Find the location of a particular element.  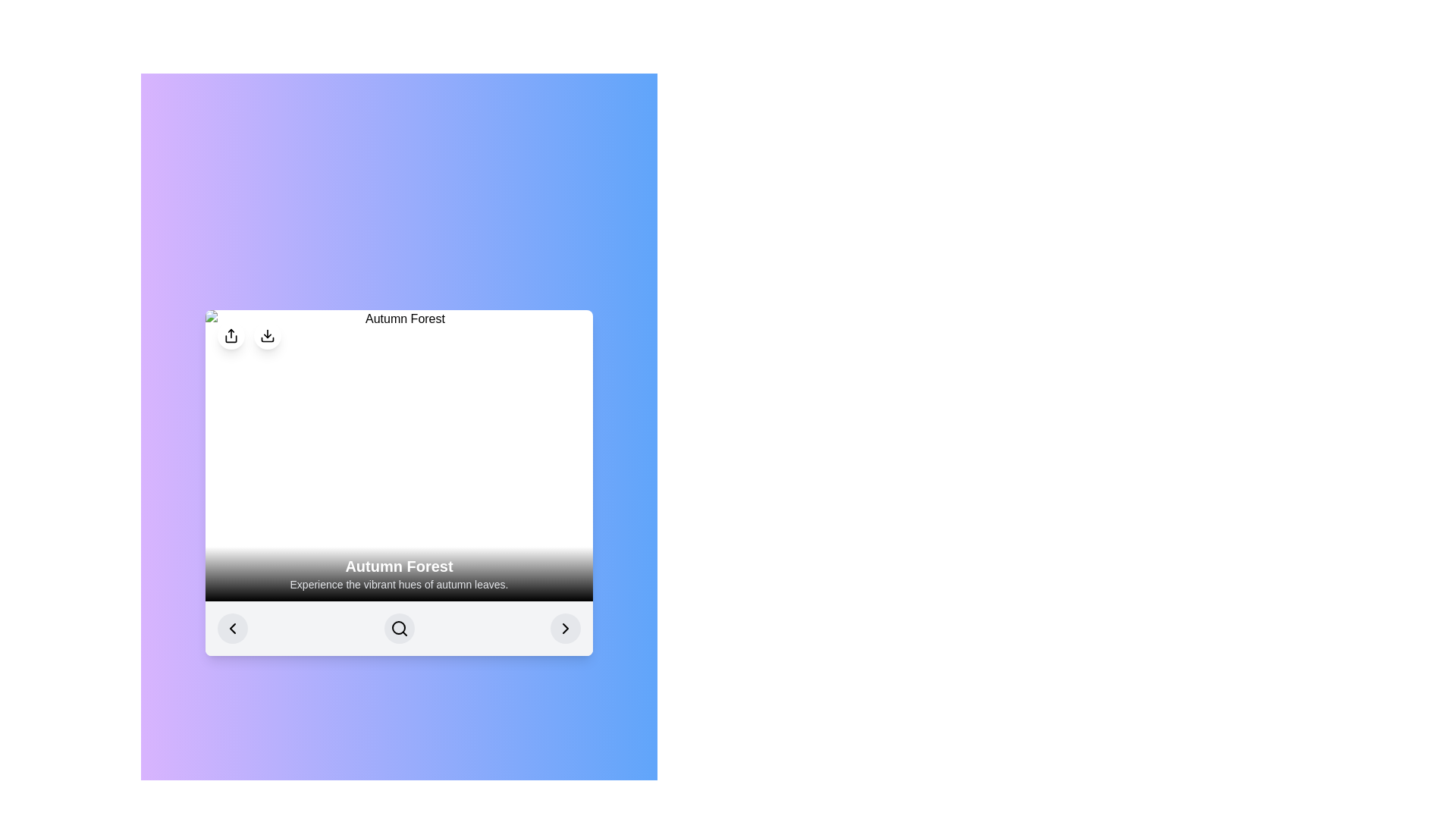

the search or zoom button located at the center of the toolbar in the card-like UI section for accessibility interactions is located at coordinates (399, 629).